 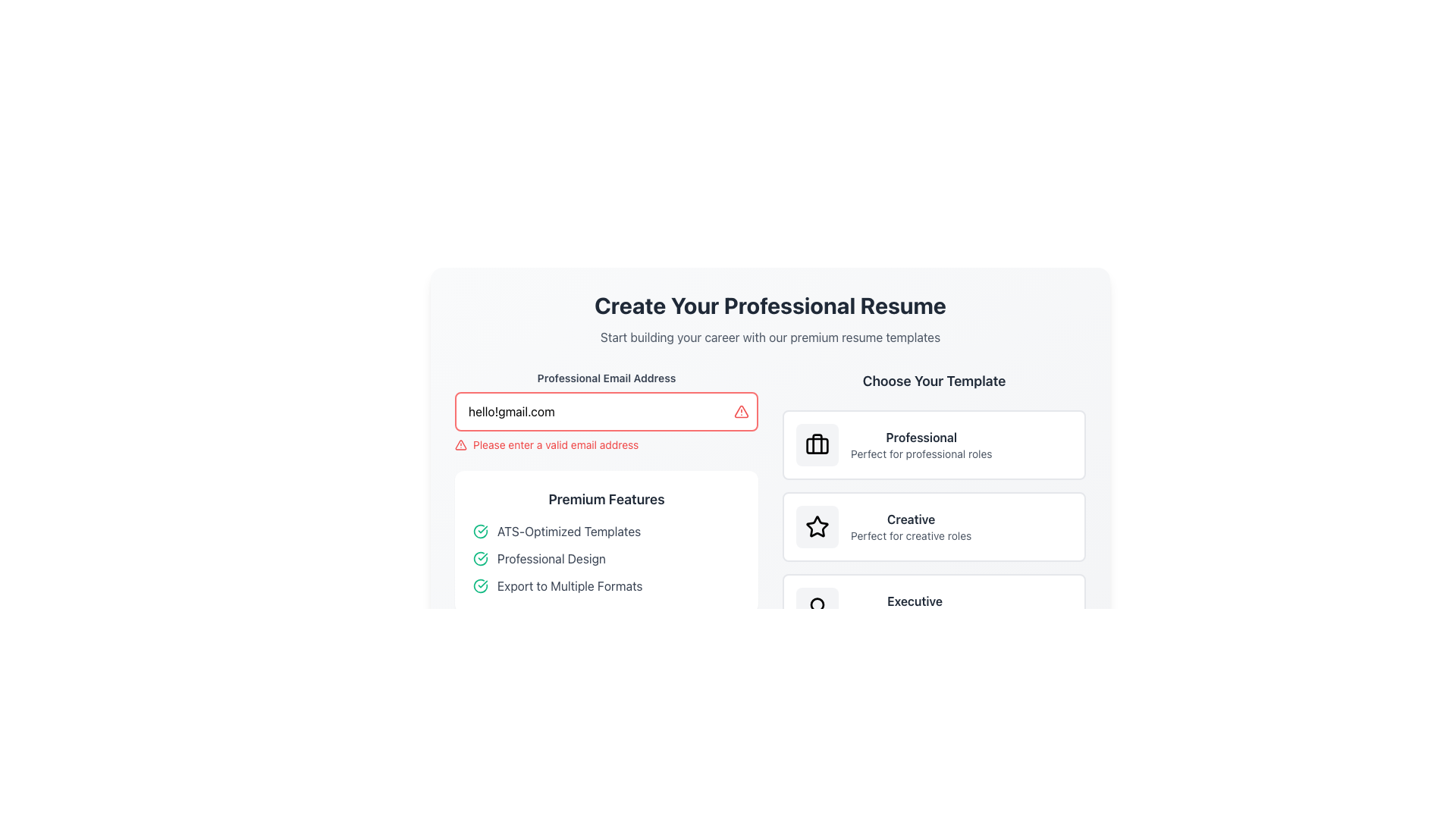 What do you see at coordinates (607, 412) in the screenshot?
I see `the text input field styled with a red border containing the text 'hello!gmail.com' to focus it` at bounding box center [607, 412].